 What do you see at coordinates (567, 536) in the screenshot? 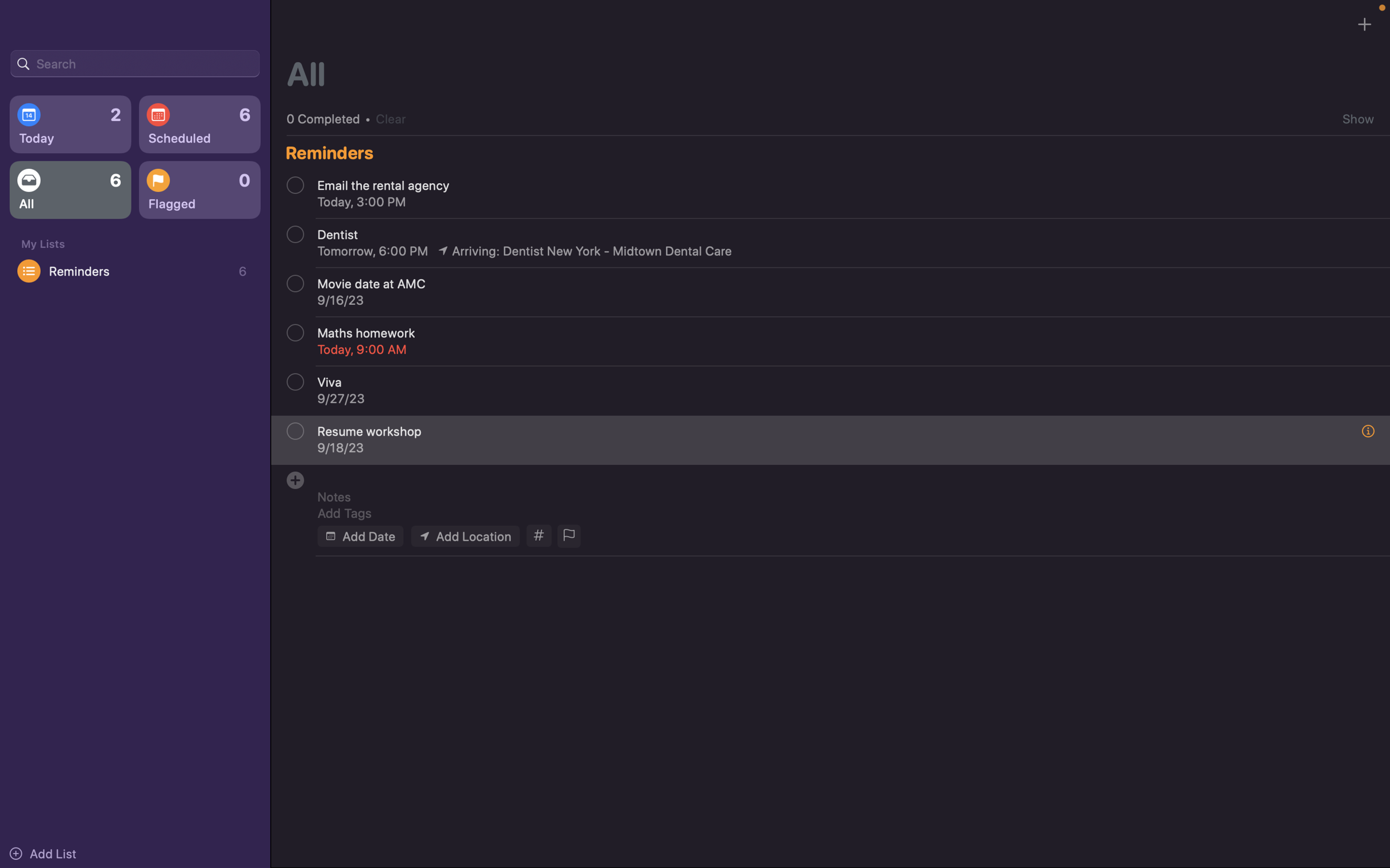
I see `Highlight this event as critical` at bounding box center [567, 536].